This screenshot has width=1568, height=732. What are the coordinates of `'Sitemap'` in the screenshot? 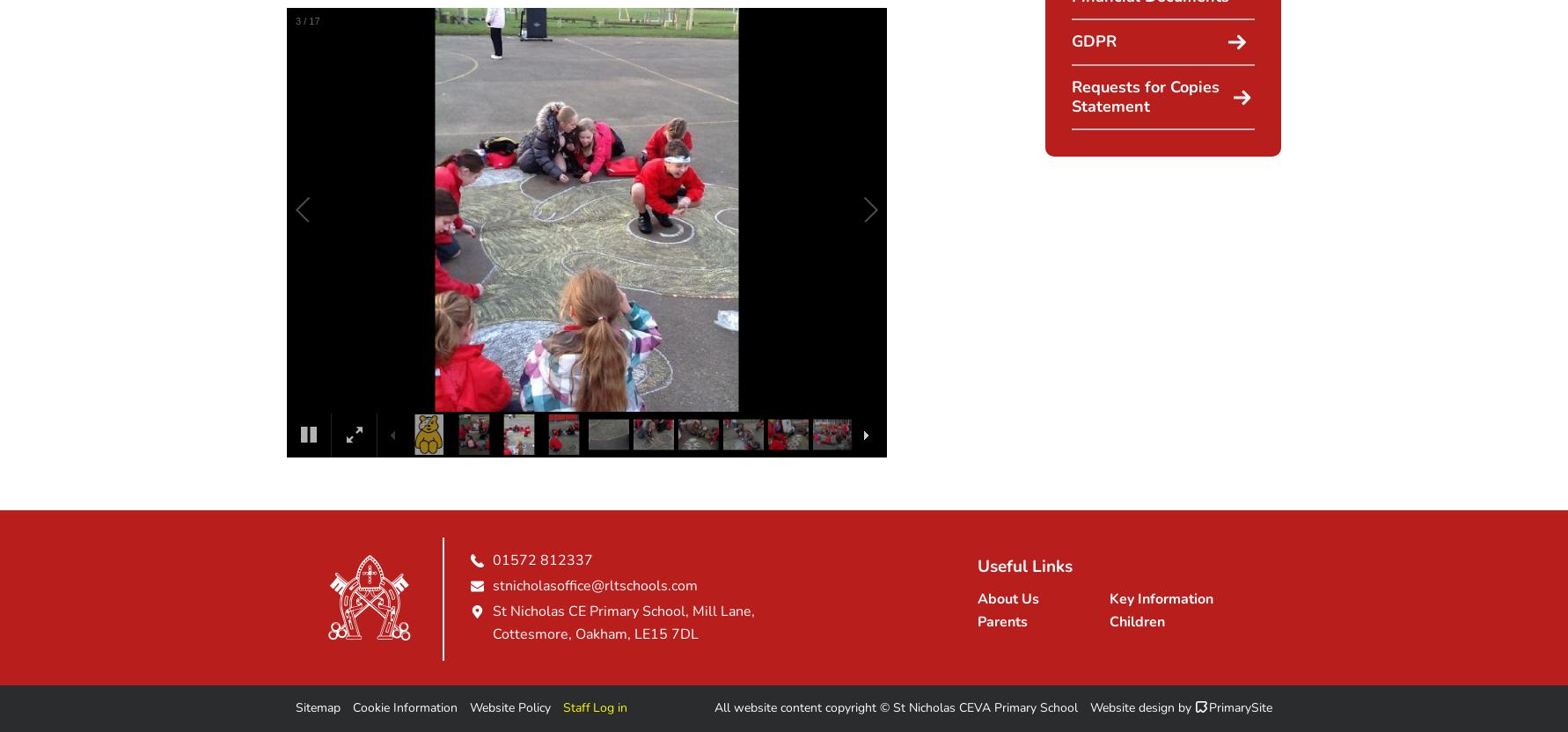 It's located at (318, 706).